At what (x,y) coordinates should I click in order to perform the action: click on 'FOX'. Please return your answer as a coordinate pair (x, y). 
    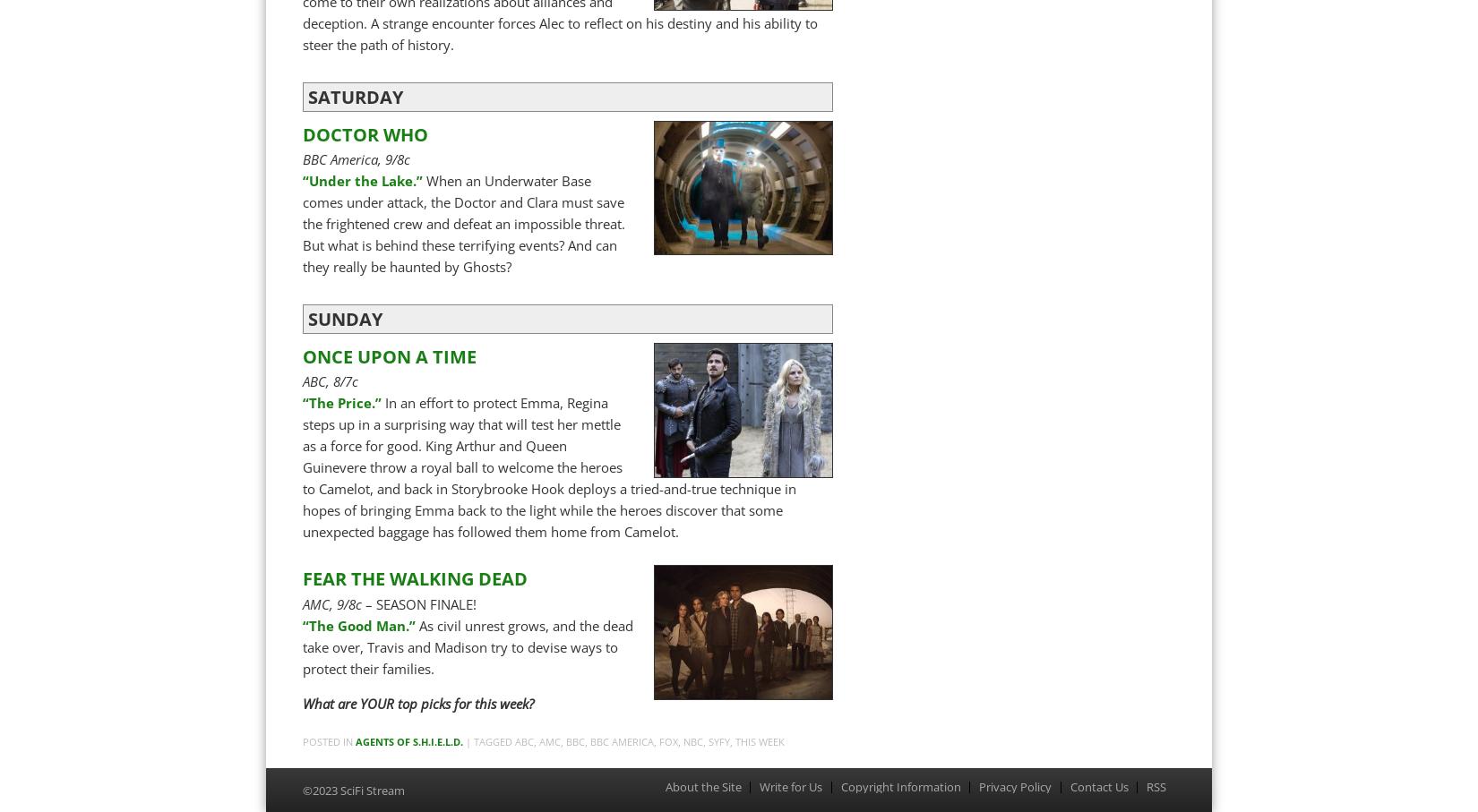
    Looking at the image, I should click on (667, 740).